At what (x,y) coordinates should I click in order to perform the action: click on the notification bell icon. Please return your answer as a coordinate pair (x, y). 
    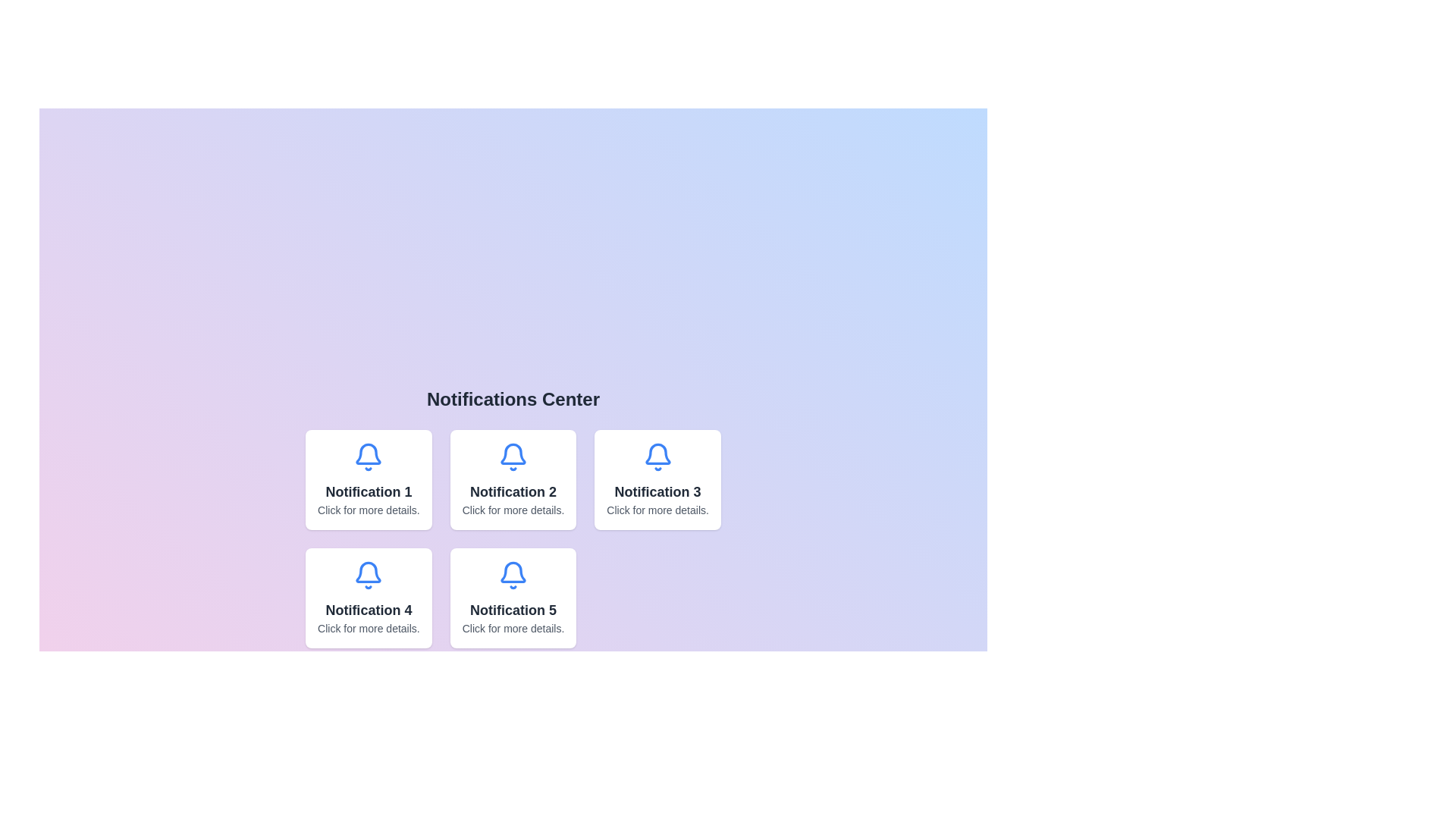
    Looking at the image, I should click on (369, 456).